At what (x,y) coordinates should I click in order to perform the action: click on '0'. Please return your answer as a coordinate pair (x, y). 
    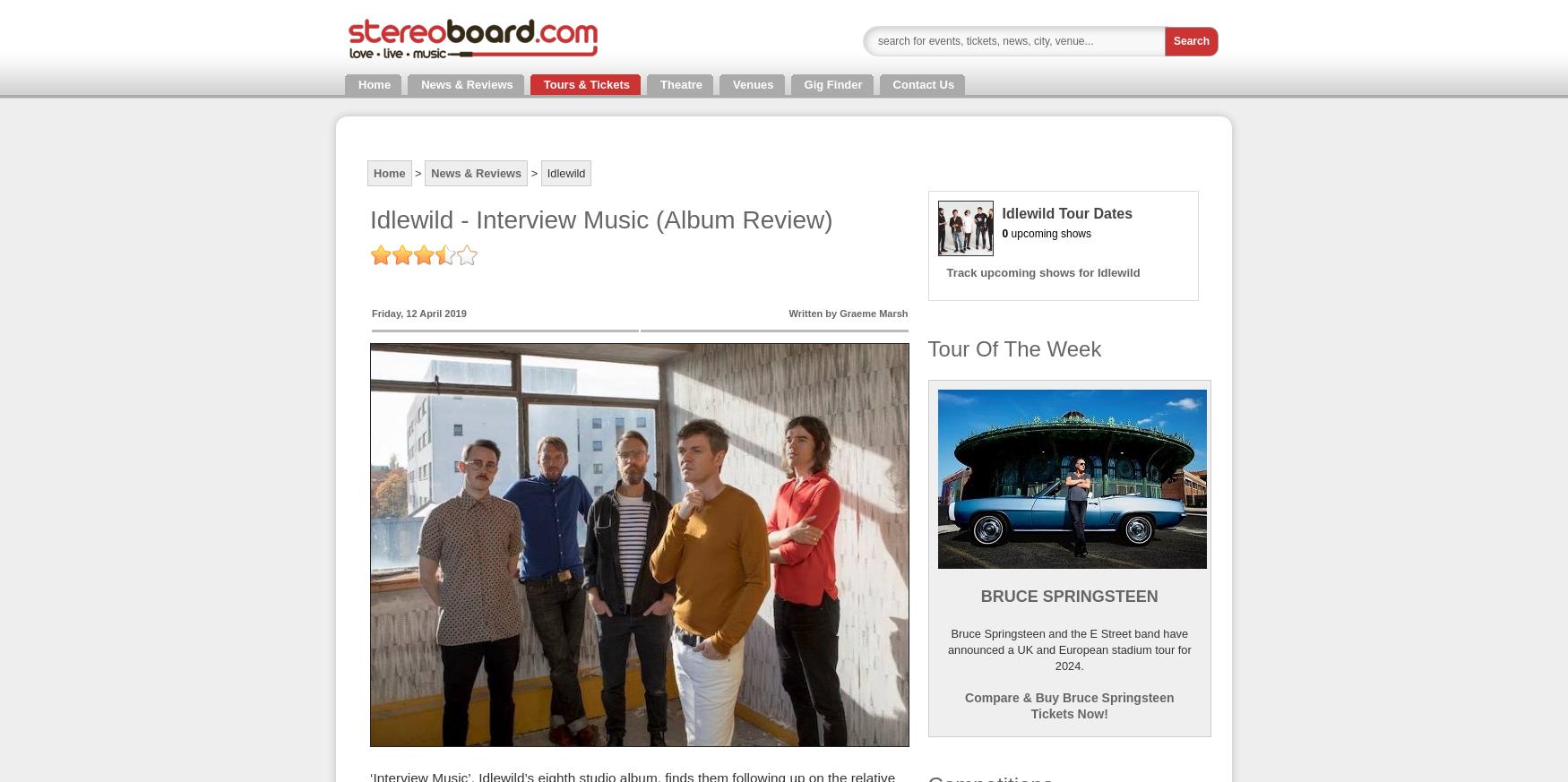
    Looking at the image, I should click on (1004, 231).